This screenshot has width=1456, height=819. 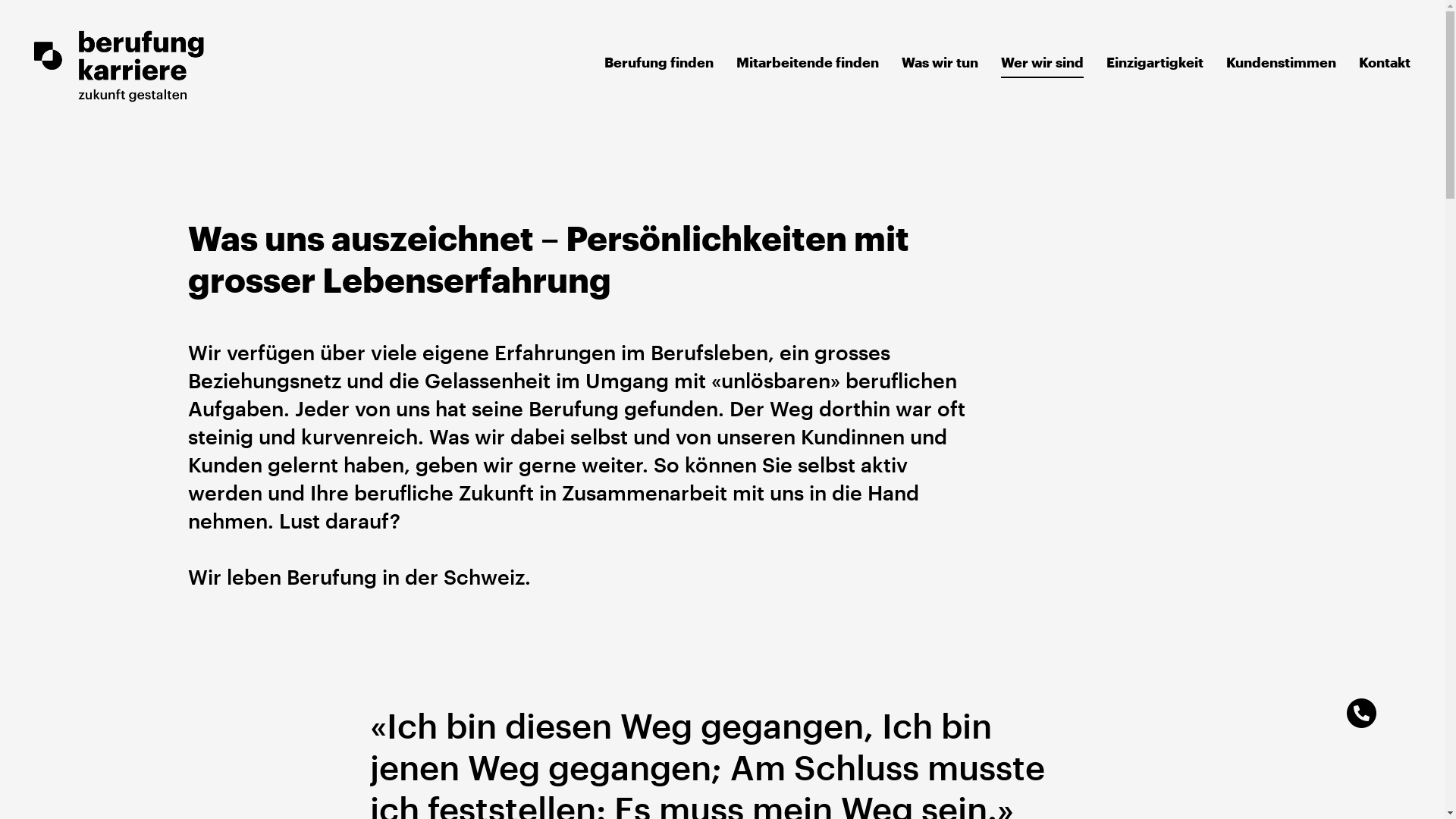 What do you see at coordinates (1280, 61) in the screenshot?
I see `'Kundenstimmen'` at bounding box center [1280, 61].